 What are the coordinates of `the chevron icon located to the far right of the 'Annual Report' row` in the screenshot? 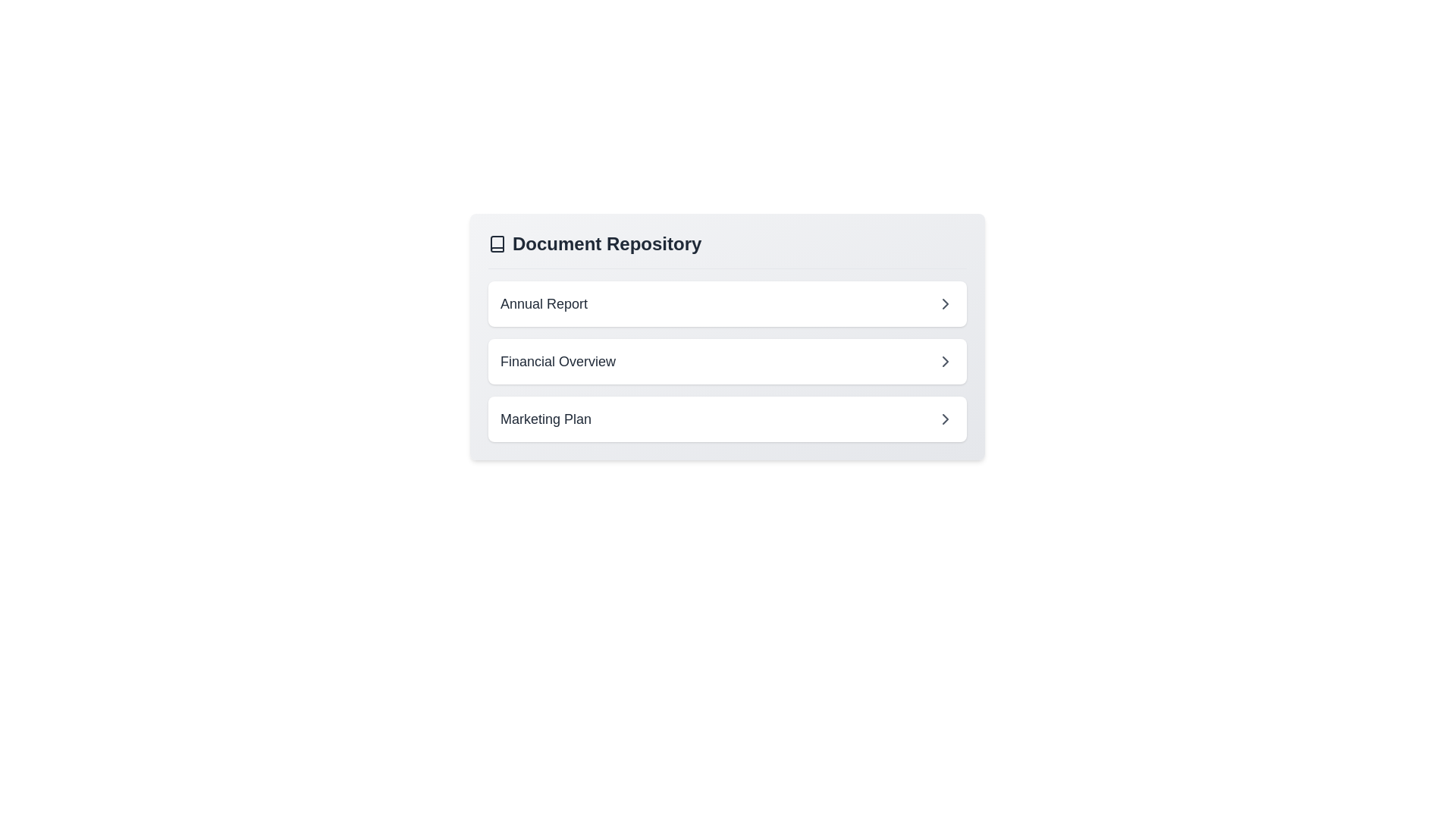 It's located at (945, 304).